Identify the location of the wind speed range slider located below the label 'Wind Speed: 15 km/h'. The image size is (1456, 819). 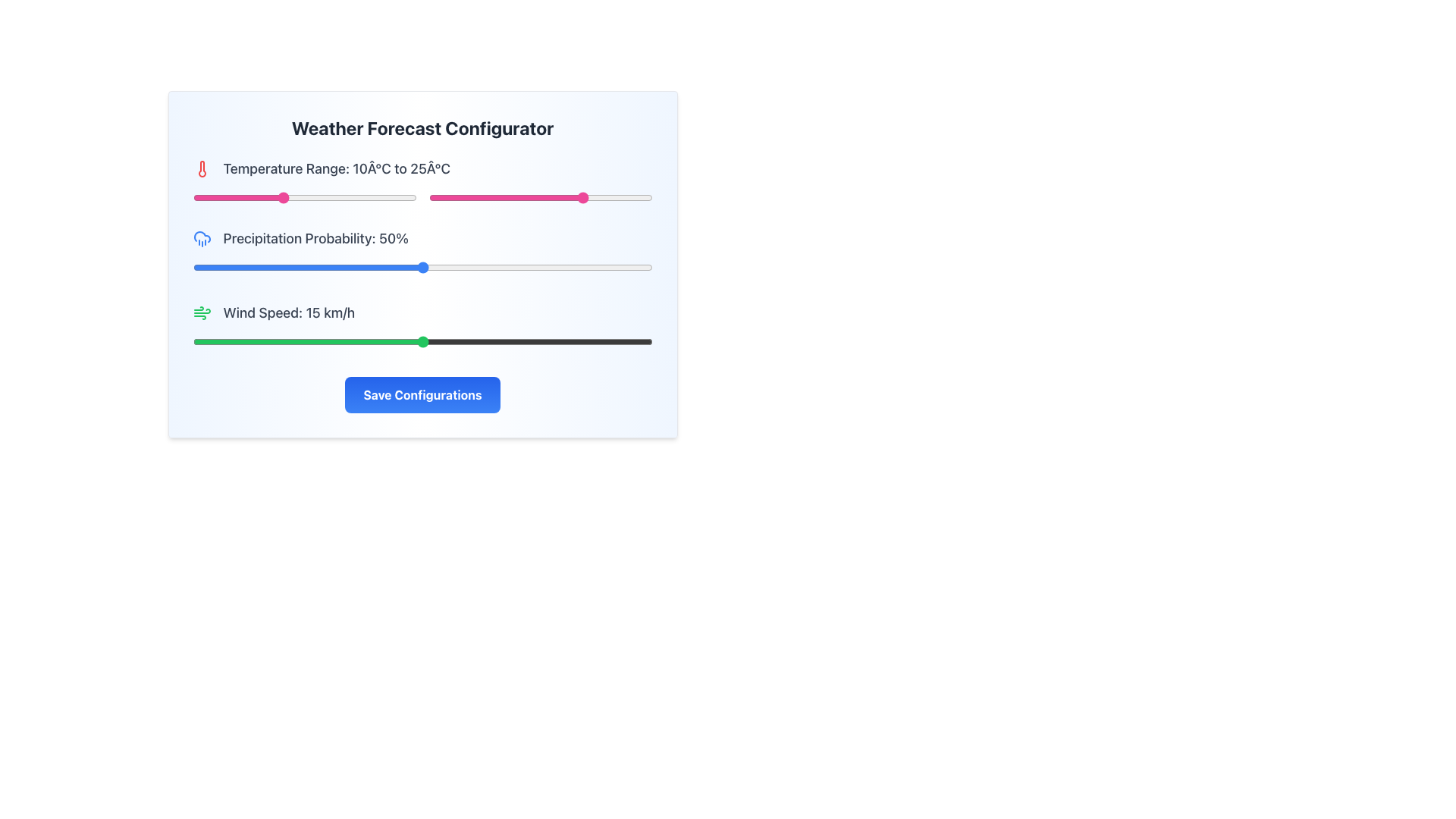
(422, 342).